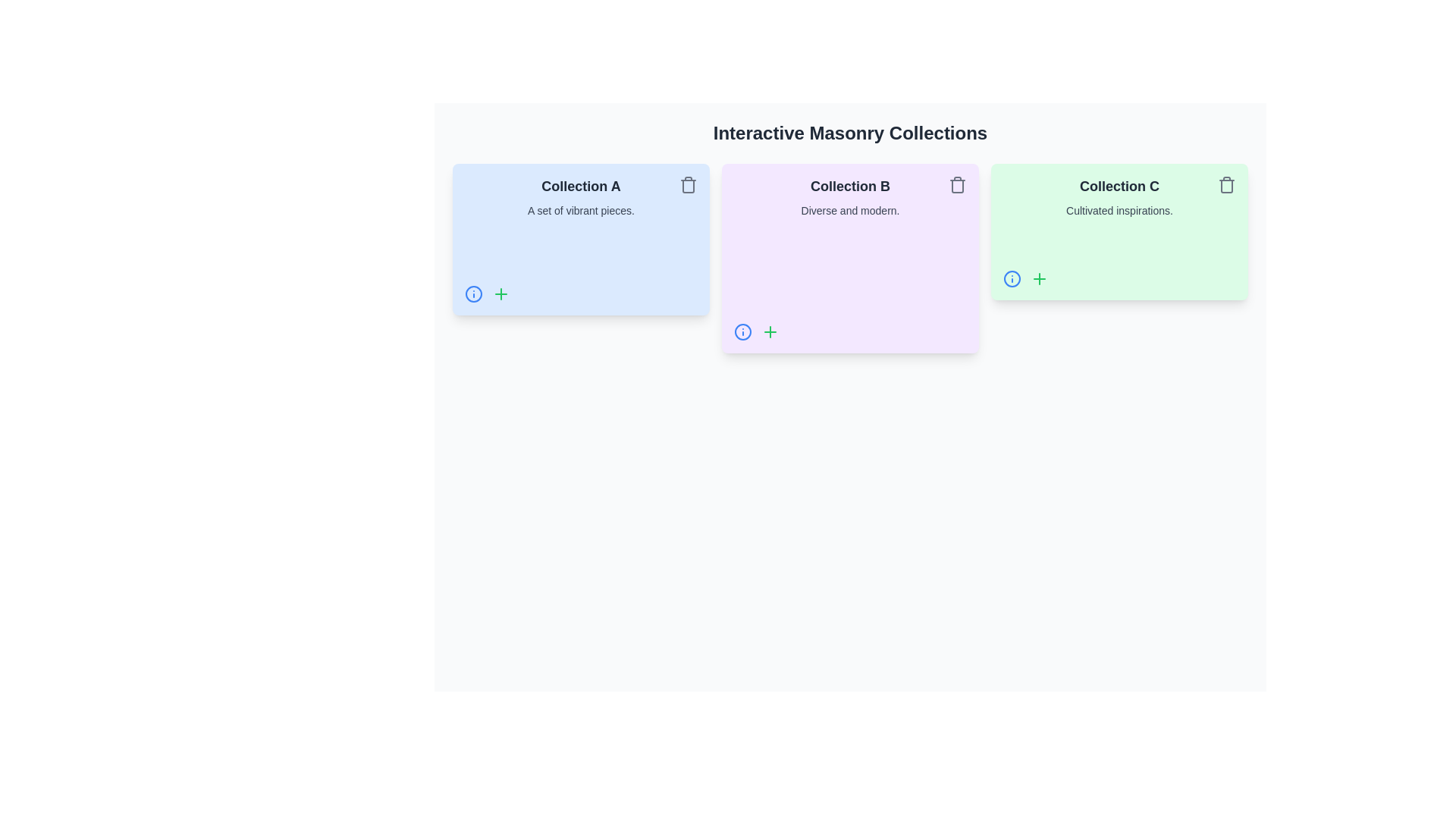 The width and height of the screenshot is (1456, 819). I want to click on descriptive subtitle text located directly below the 'Collection A' label in the first card of the horizontal list, so click(580, 210).